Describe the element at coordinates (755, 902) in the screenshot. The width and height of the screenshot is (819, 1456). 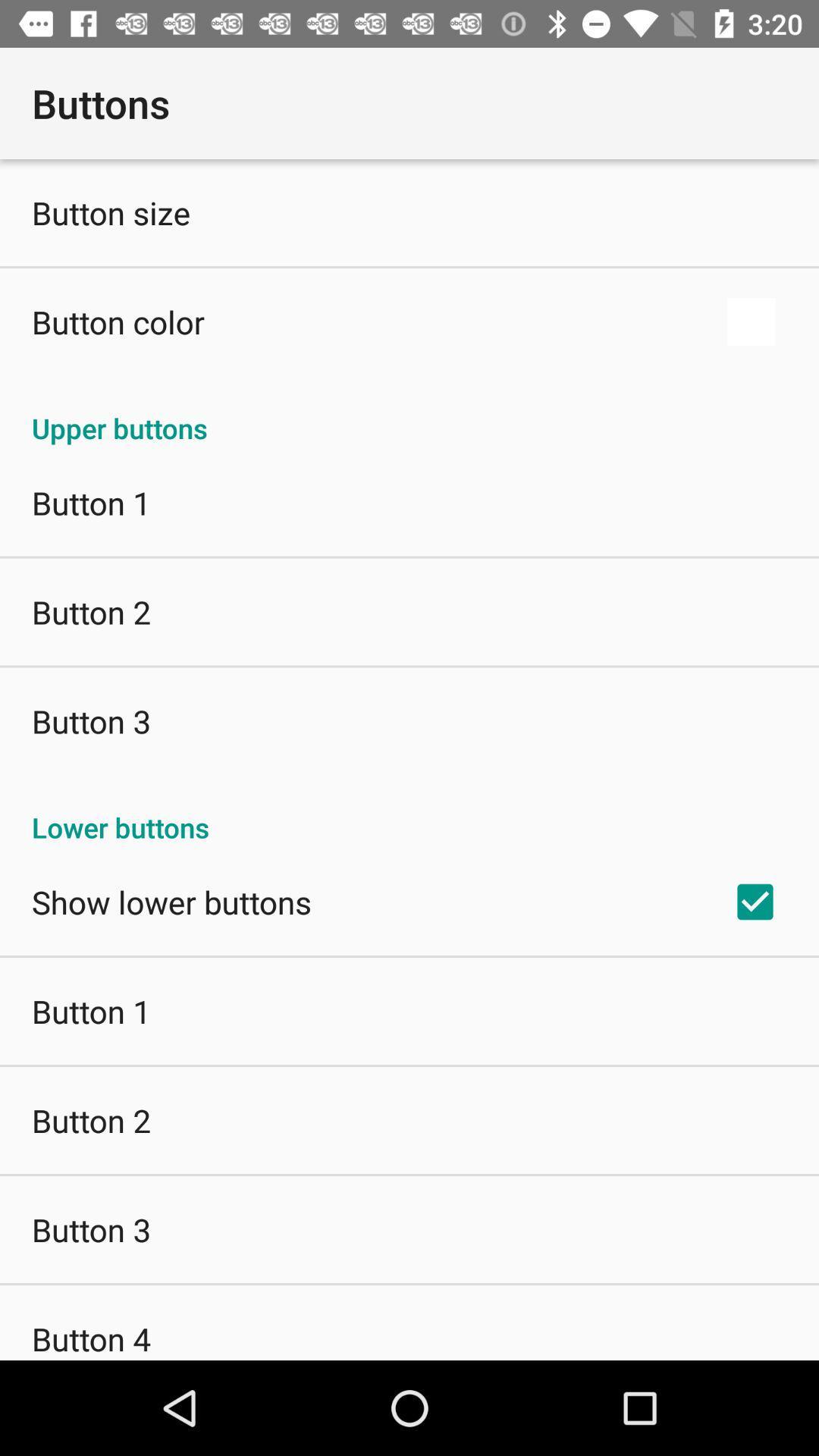
I see `the checkbox on the right` at that location.